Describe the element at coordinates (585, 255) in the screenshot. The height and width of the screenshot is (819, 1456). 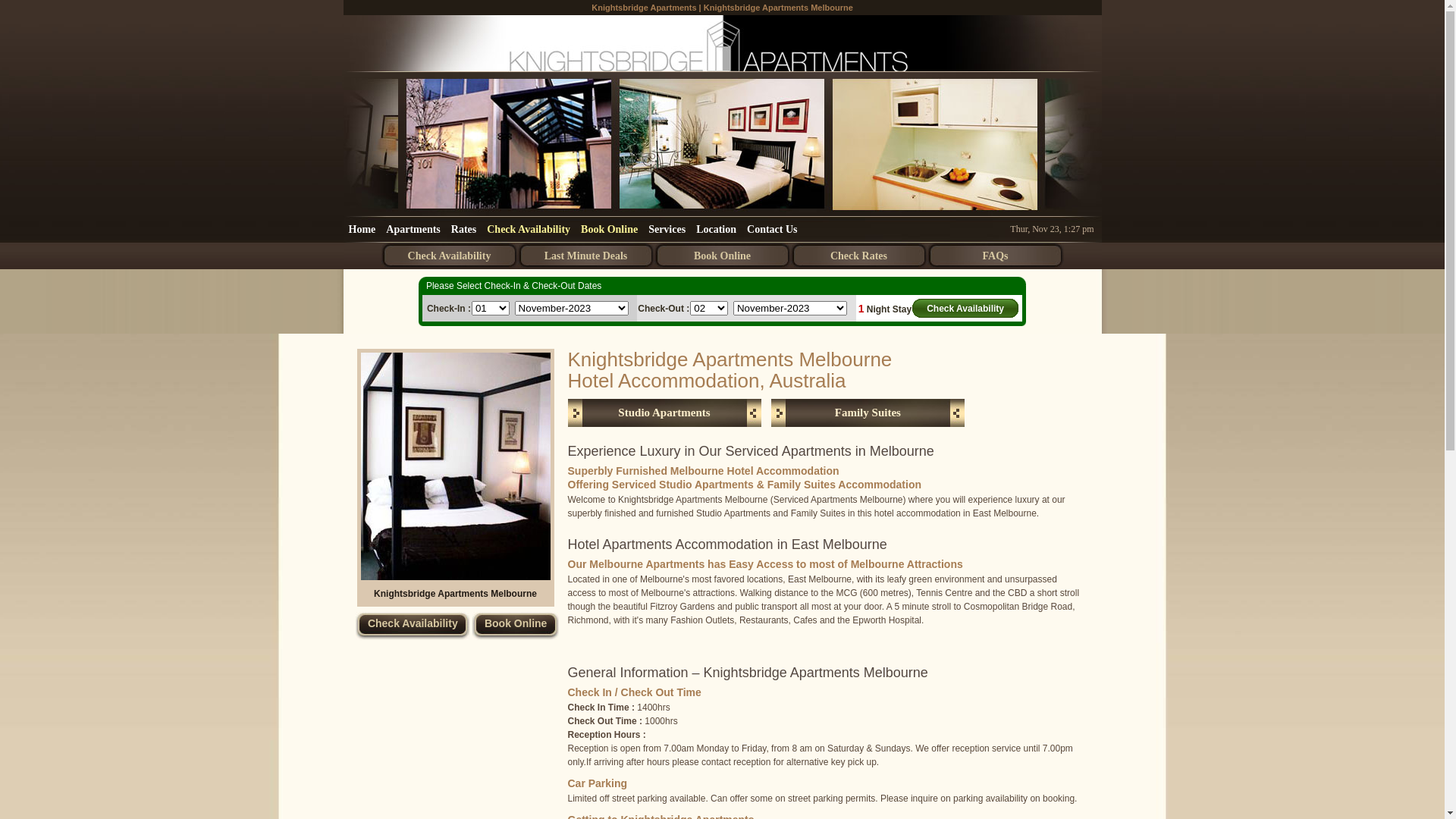
I see `'Last Minute Deals'` at that location.